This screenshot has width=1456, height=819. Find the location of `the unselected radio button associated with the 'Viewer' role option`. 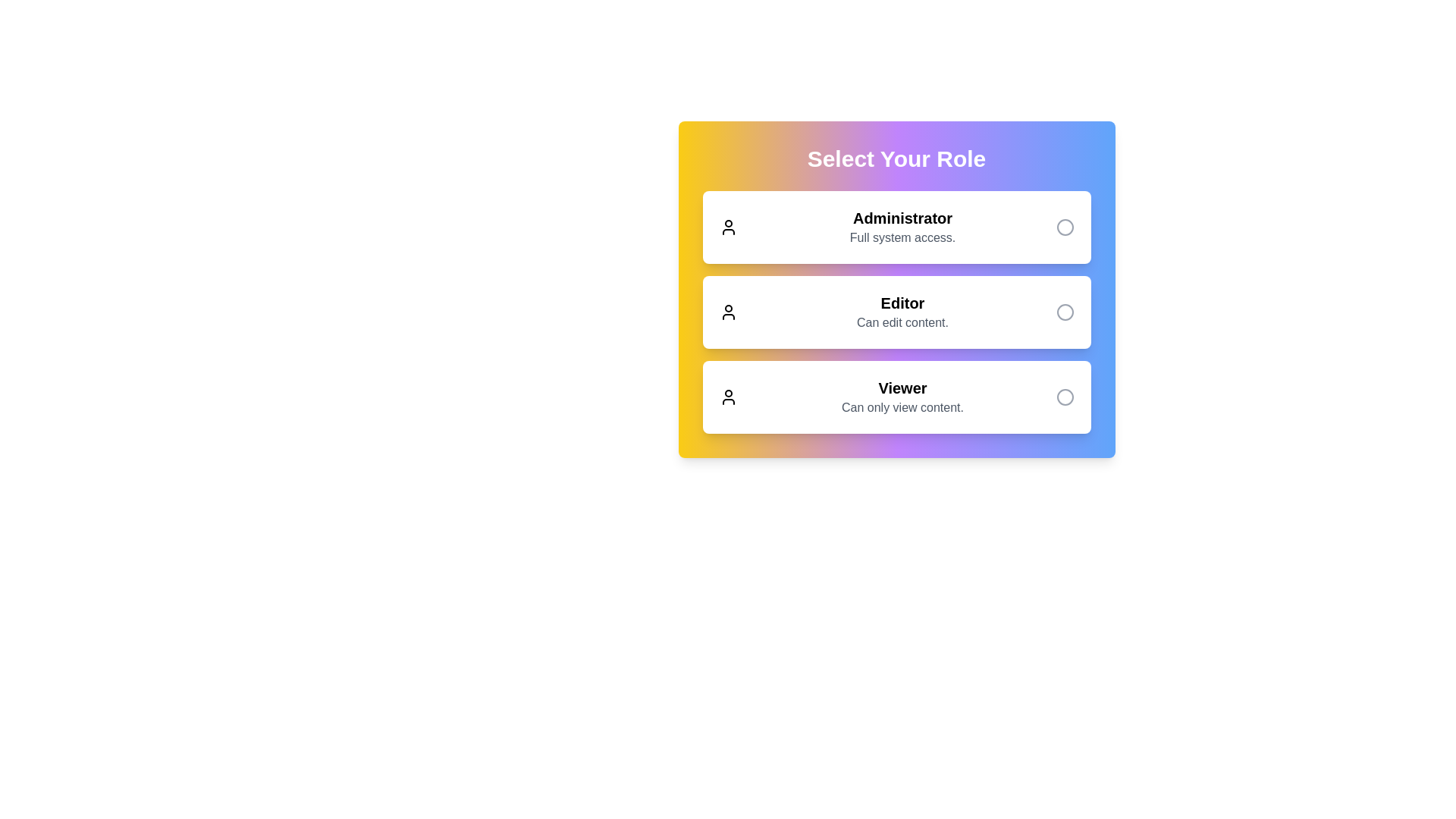

the unselected radio button associated with the 'Viewer' role option is located at coordinates (1064, 397).